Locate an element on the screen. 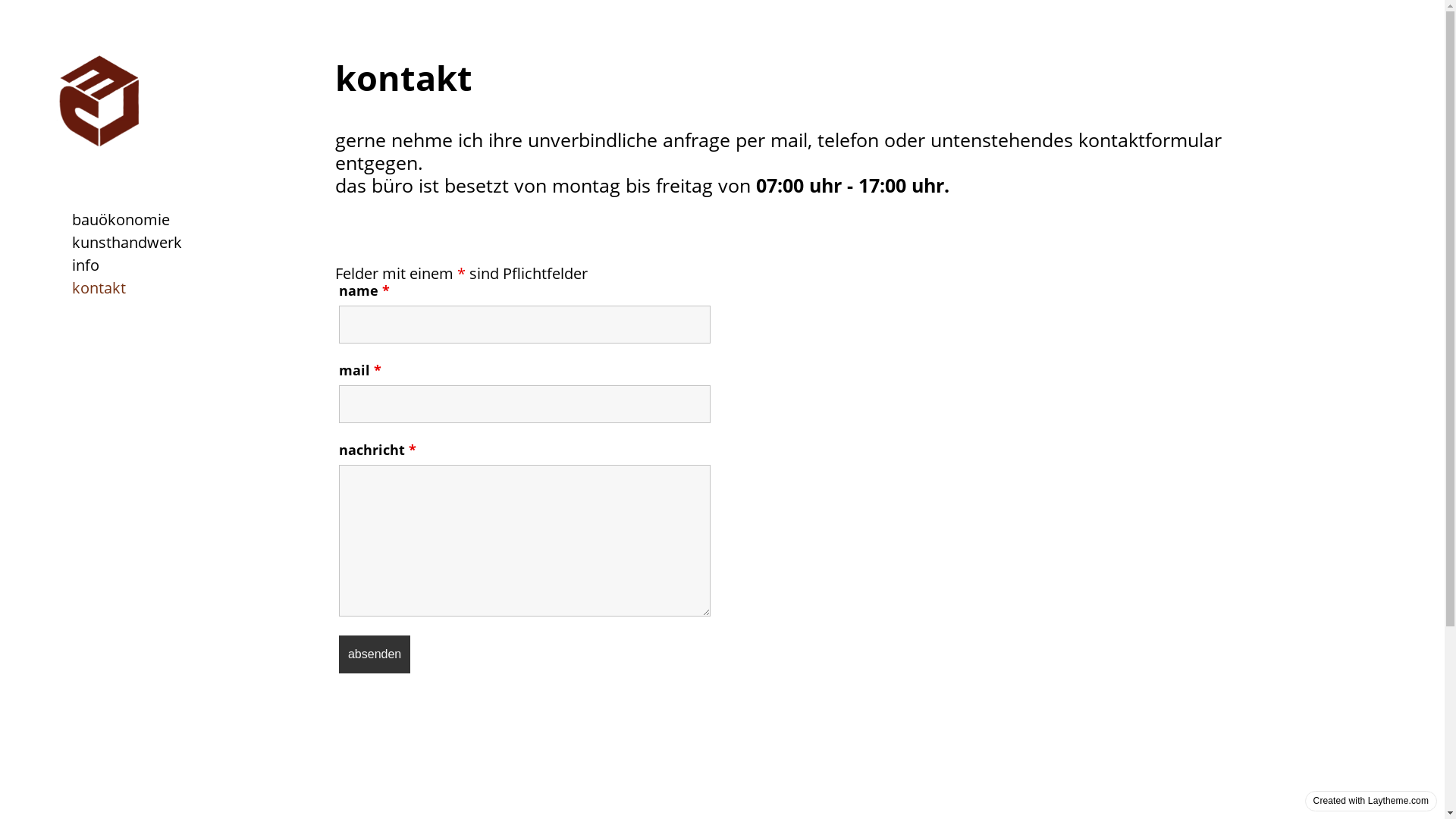 This screenshot has height=819, width=1456. 'kontakt' is located at coordinates (98, 287).